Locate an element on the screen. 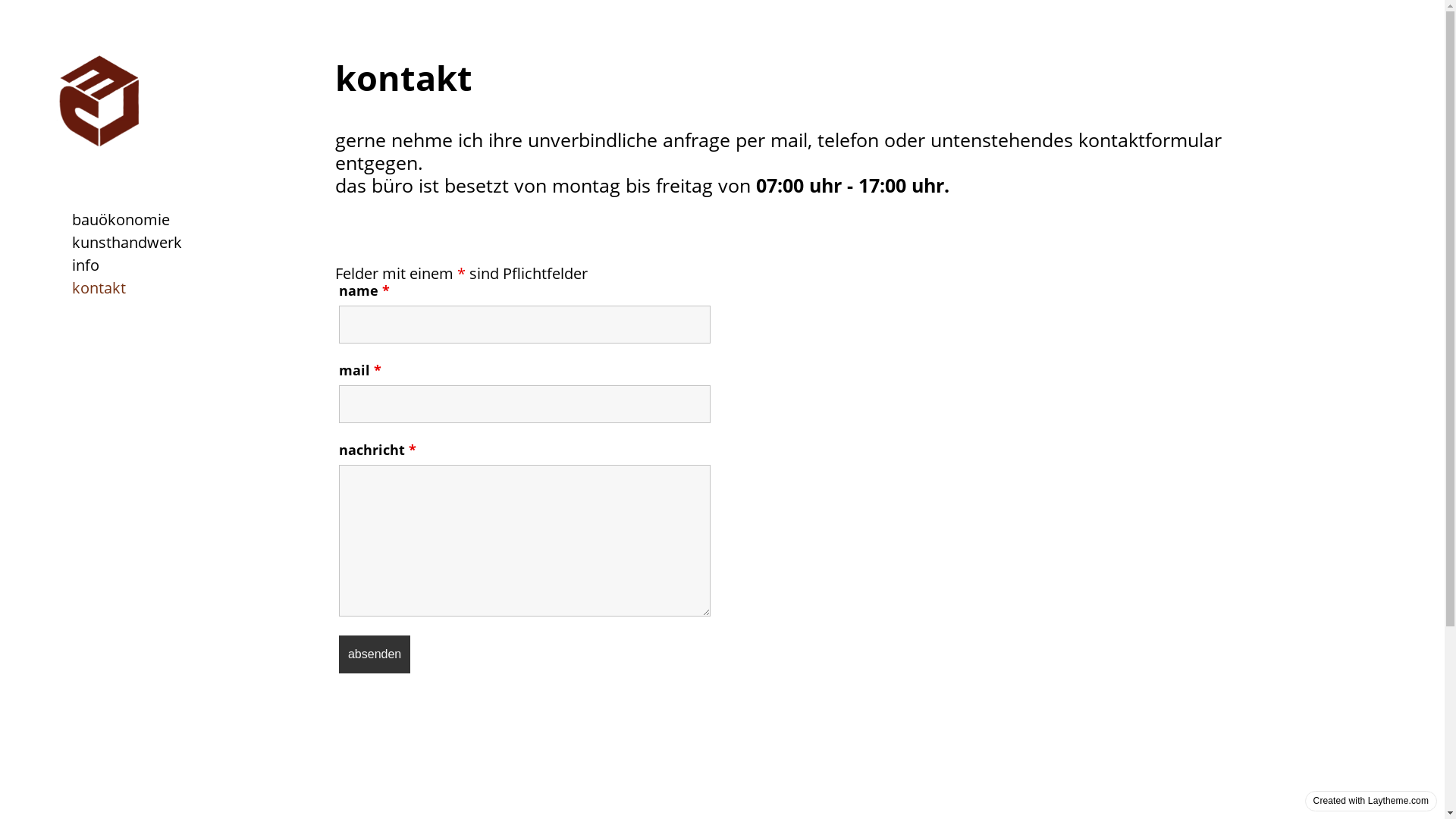 This screenshot has height=819, width=1456. 'kontakt' is located at coordinates (98, 287).